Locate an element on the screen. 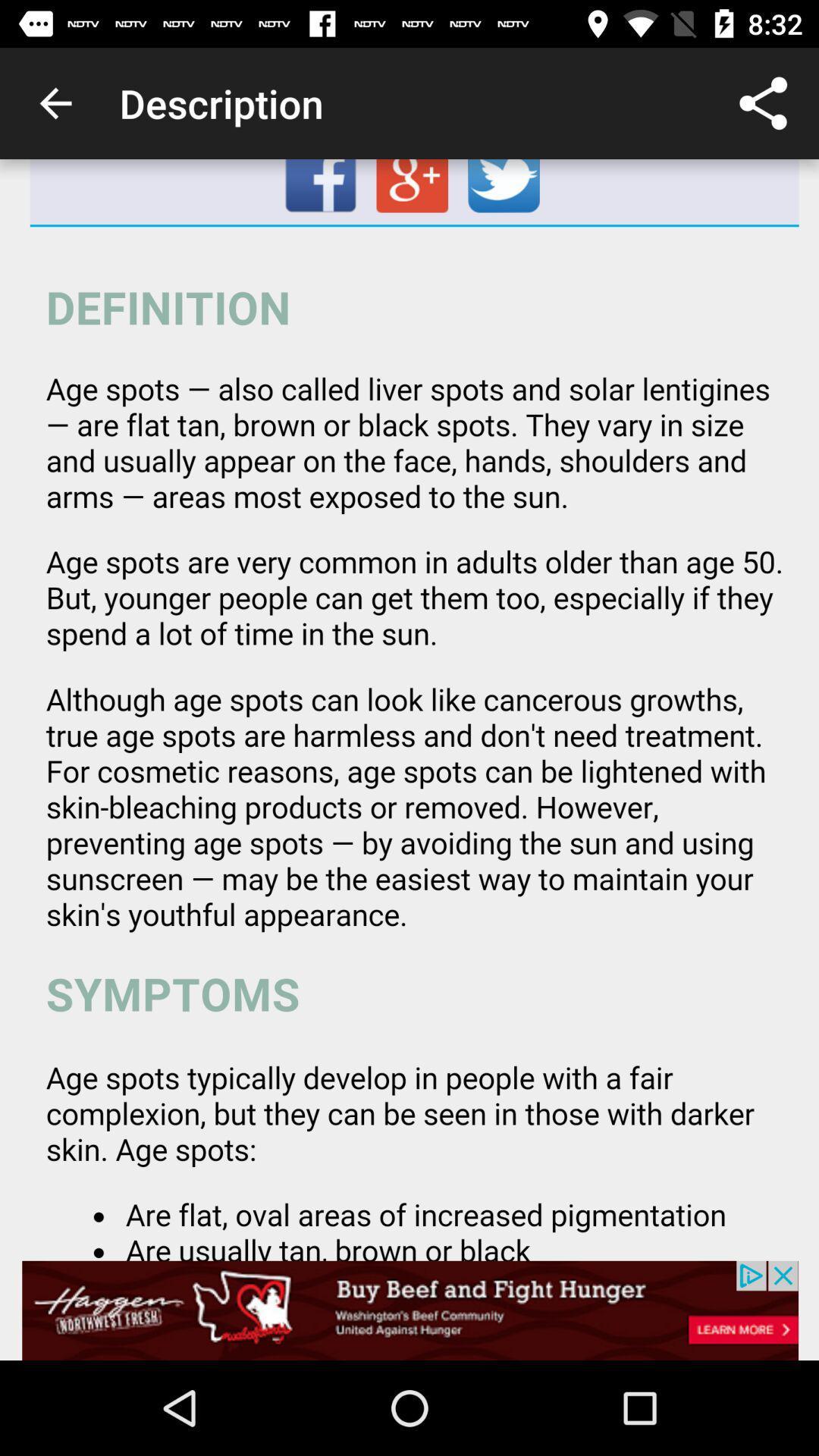  share on google plus is located at coordinates (414, 191).